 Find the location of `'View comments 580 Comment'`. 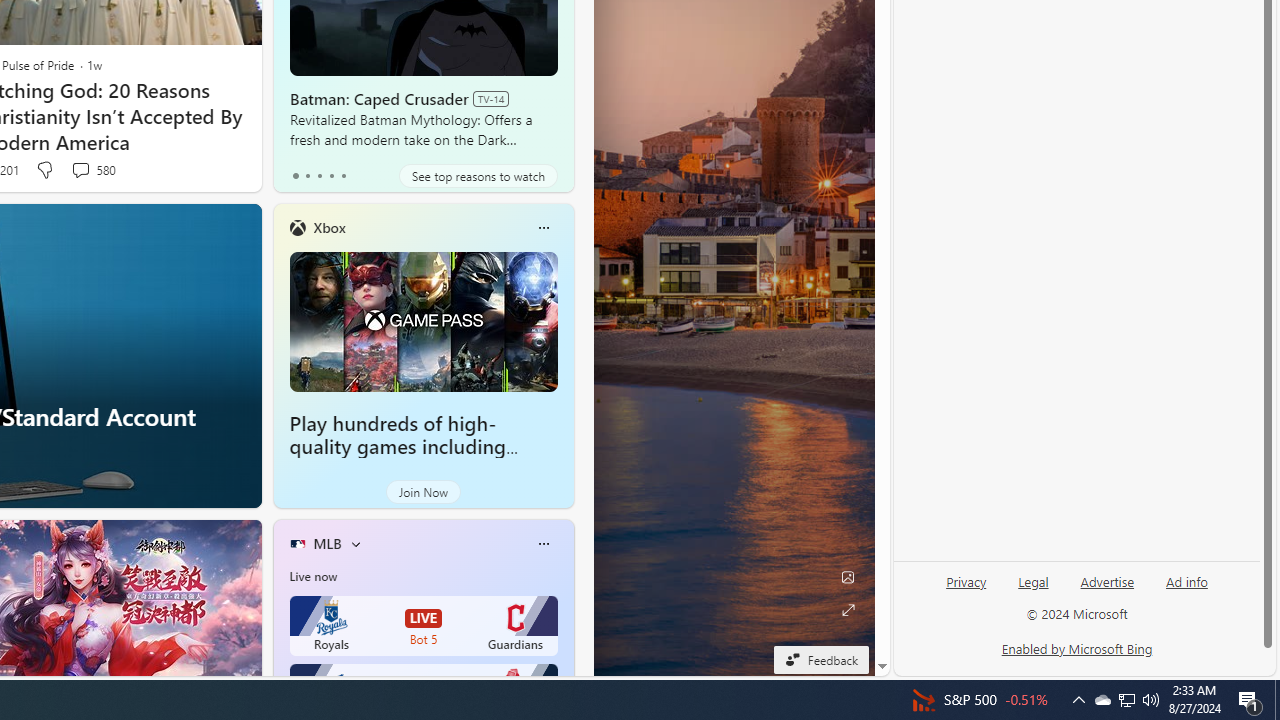

'View comments 580 Comment' is located at coordinates (91, 169).